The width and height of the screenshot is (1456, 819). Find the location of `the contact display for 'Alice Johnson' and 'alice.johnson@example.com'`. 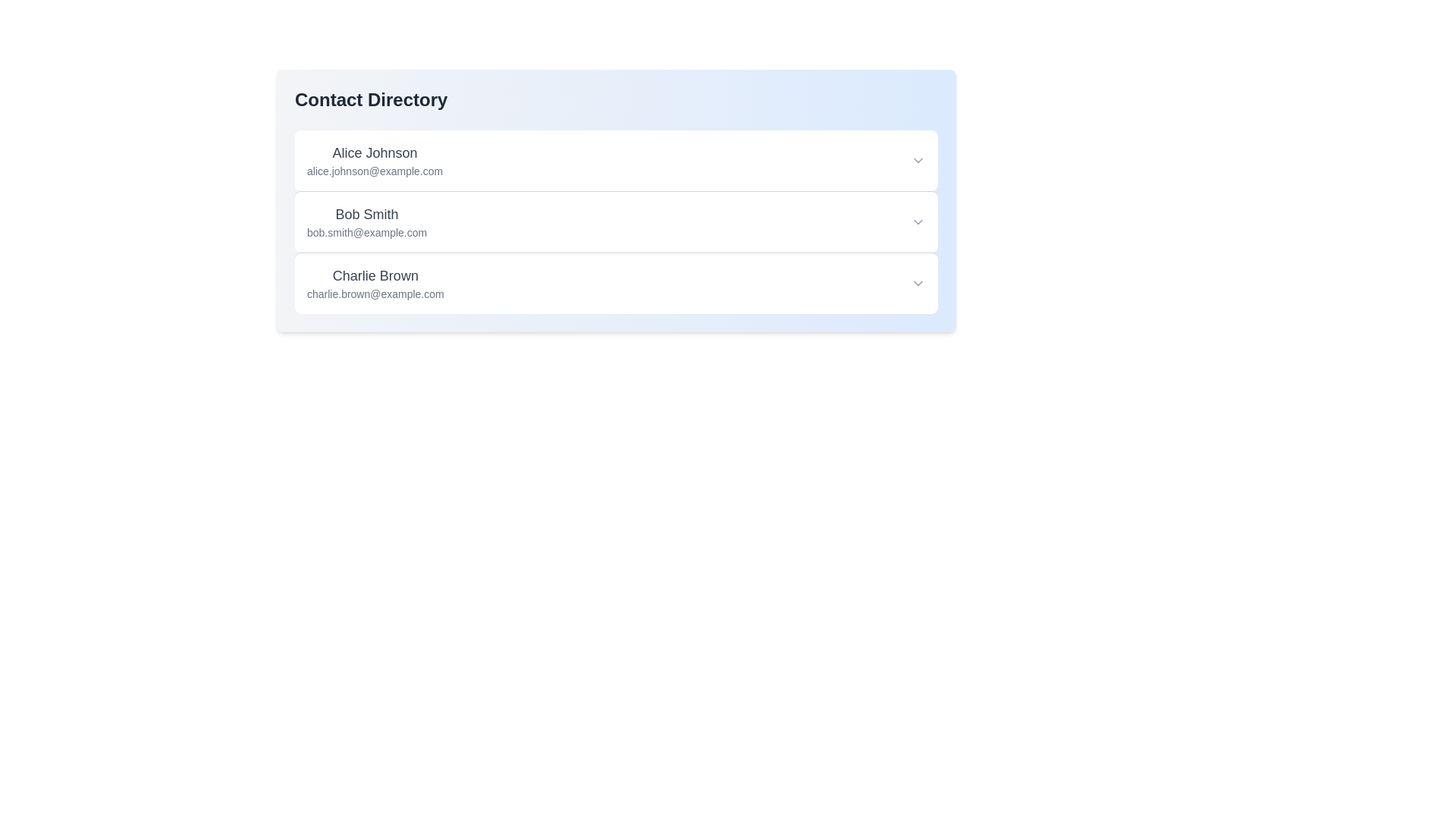

the contact display for 'Alice Johnson' and 'alice.johnson@example.com' is located at coordinates (375, 161).